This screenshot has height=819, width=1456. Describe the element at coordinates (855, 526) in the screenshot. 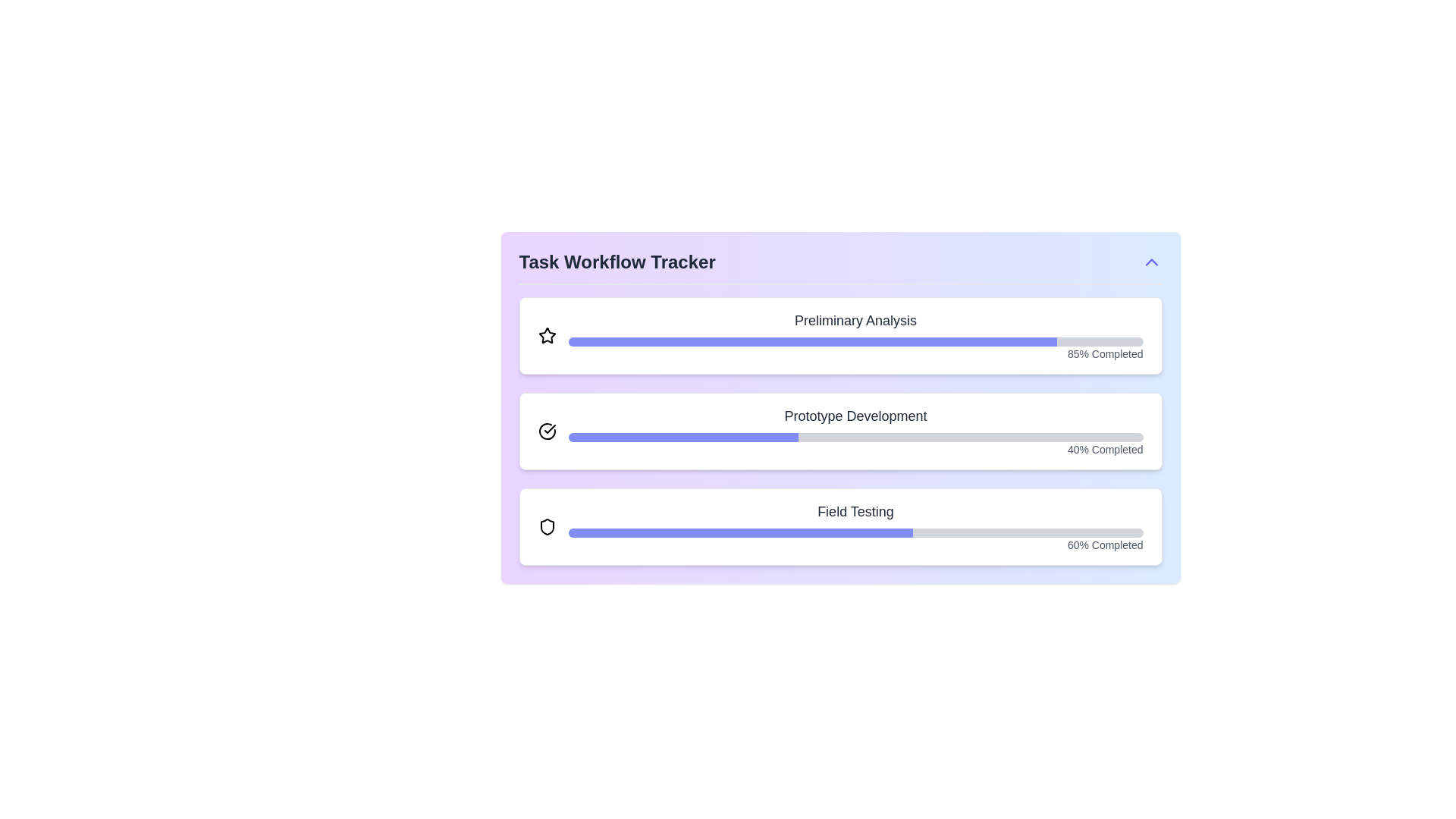

I see `progress percentage from the third progress bar representing 'Field Testing' under 'Prototype Development.'` at that location.